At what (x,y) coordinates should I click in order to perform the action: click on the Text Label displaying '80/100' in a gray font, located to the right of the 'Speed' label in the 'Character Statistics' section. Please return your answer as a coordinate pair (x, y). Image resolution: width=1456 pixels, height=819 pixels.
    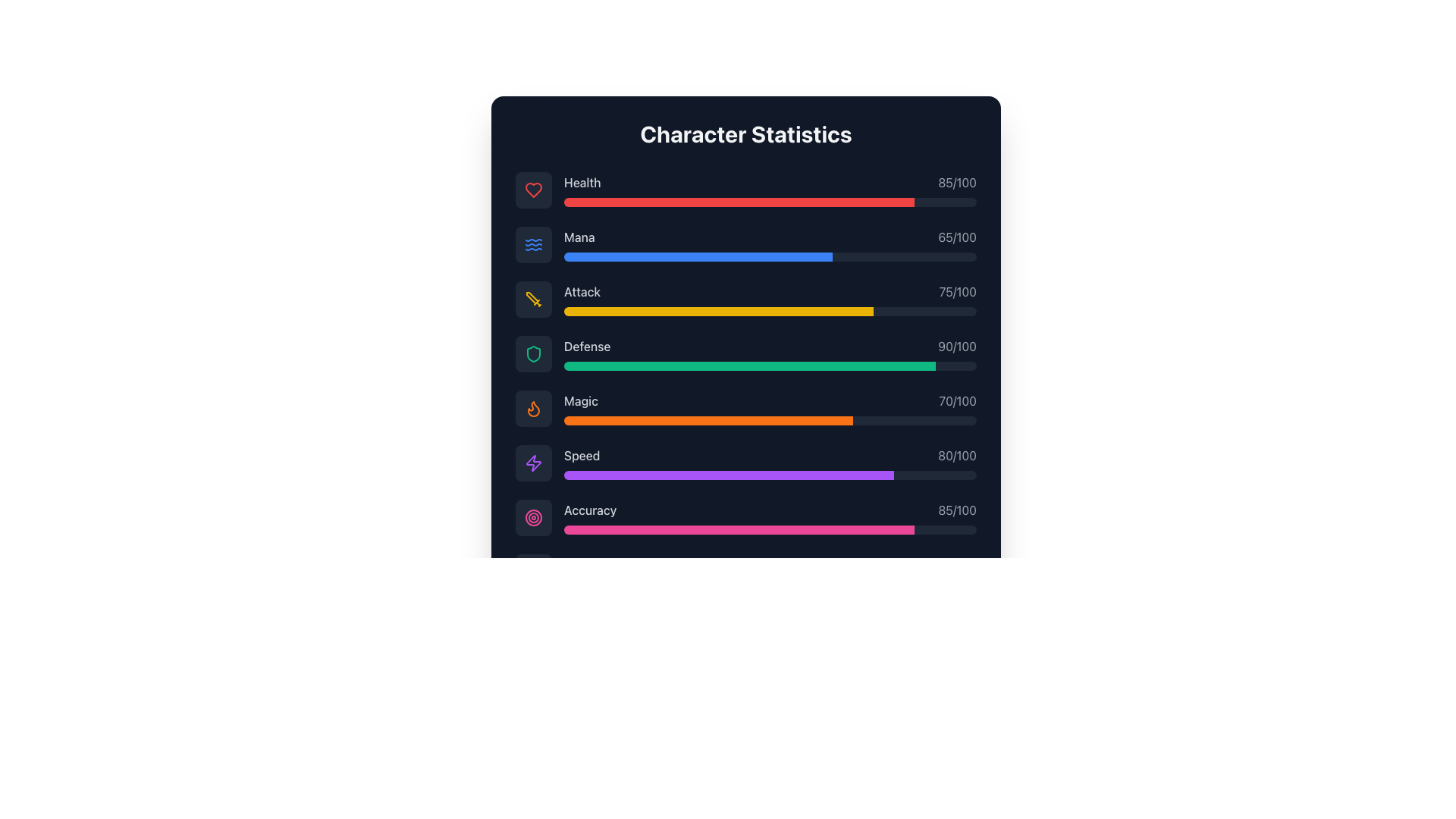
    Looking at the image, I should click on (956, 455).